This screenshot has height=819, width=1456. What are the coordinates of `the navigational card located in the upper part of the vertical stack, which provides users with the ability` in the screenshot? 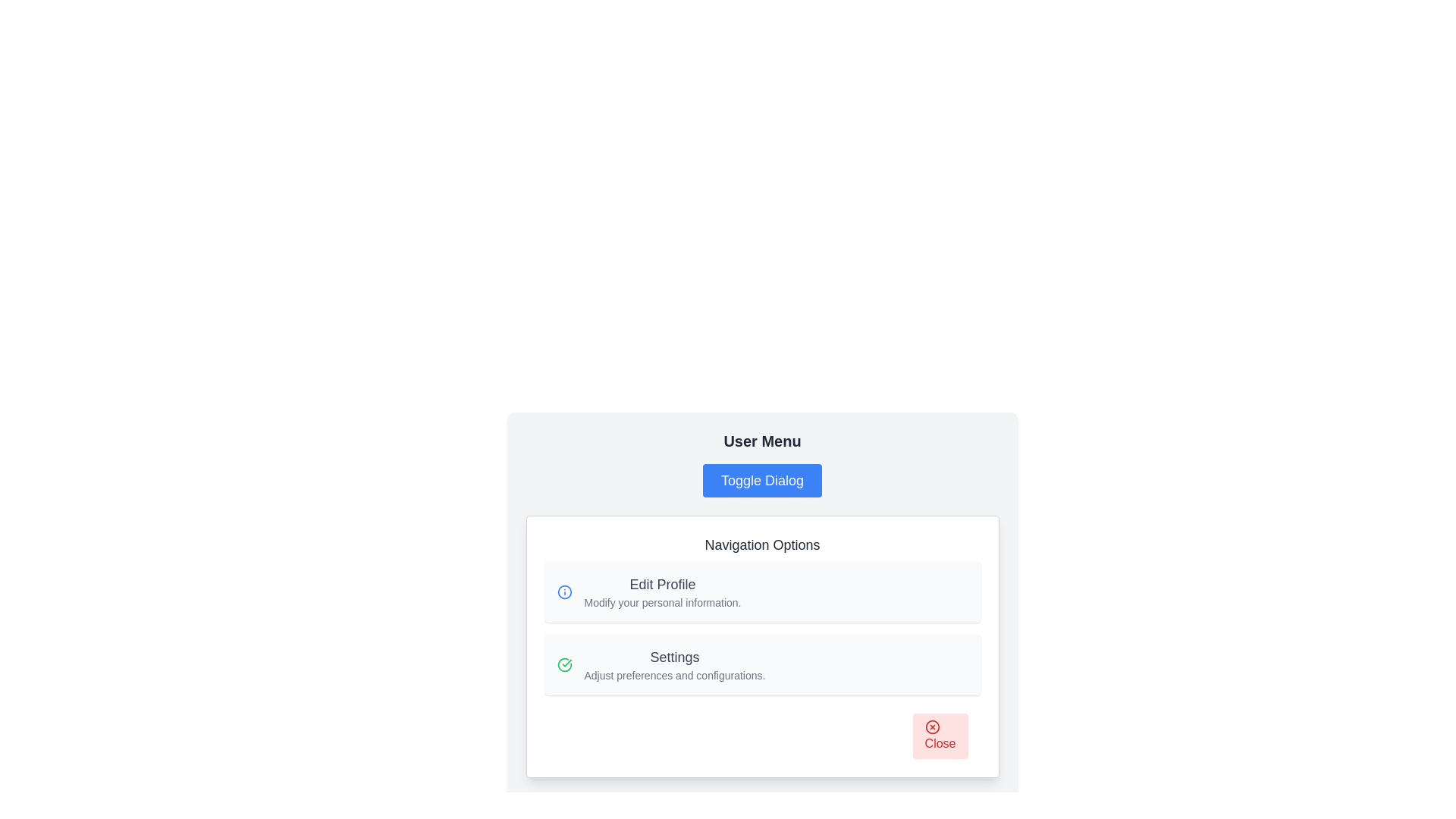 It's located at (762, 591).